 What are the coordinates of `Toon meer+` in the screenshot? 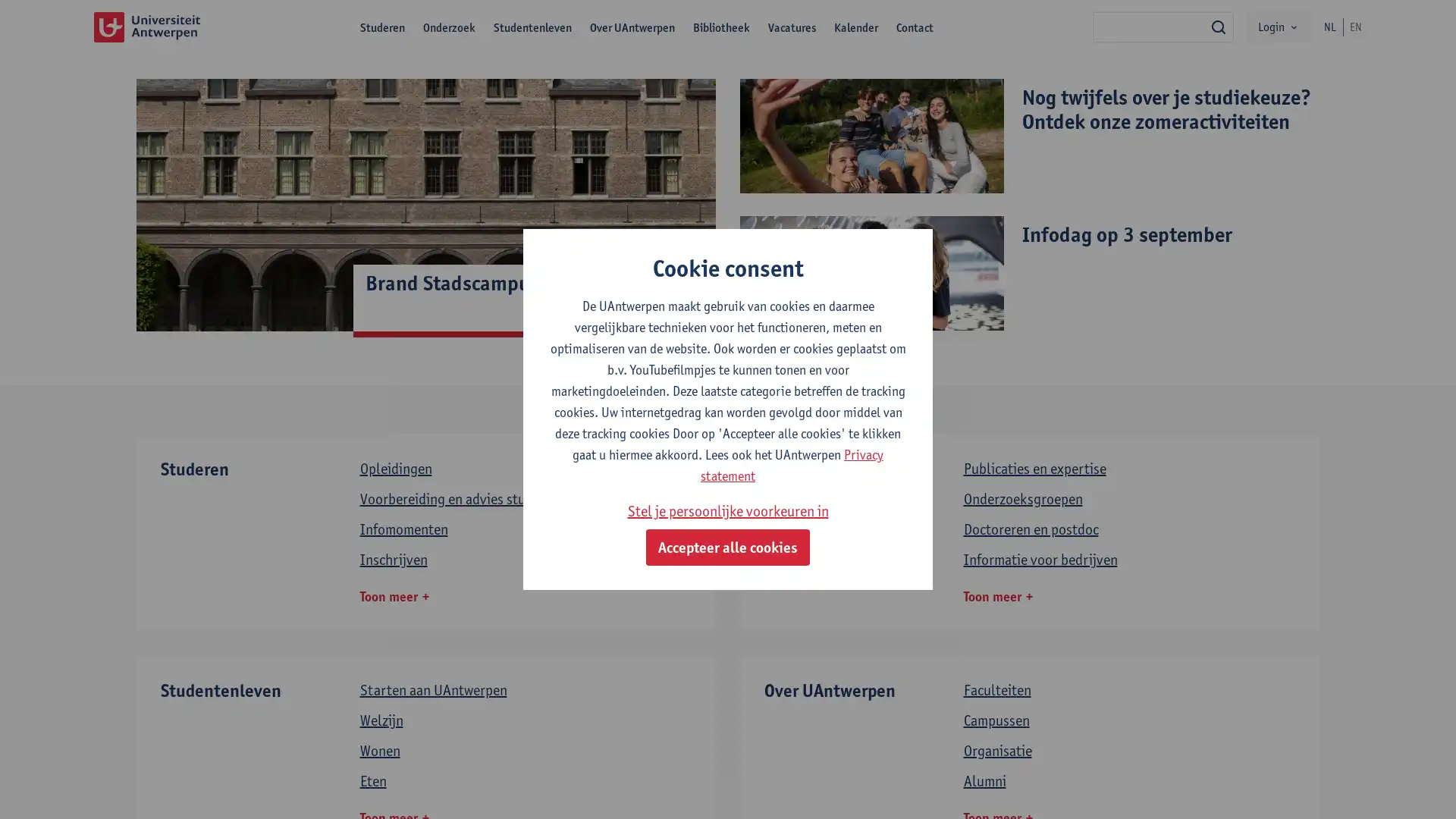 It's located at (997, 595).